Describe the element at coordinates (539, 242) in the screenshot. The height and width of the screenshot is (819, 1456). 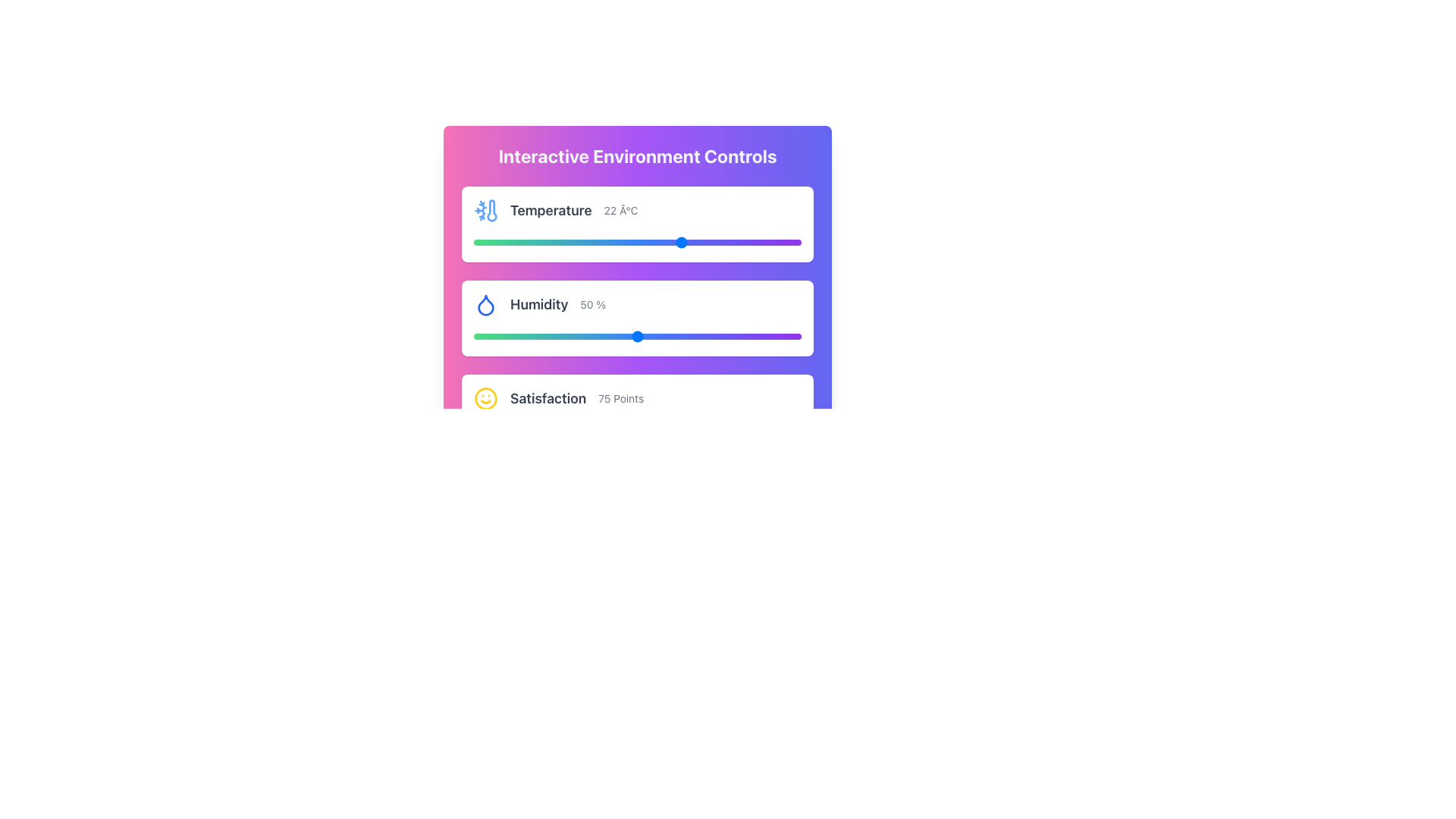
I see `the slider` at that location.